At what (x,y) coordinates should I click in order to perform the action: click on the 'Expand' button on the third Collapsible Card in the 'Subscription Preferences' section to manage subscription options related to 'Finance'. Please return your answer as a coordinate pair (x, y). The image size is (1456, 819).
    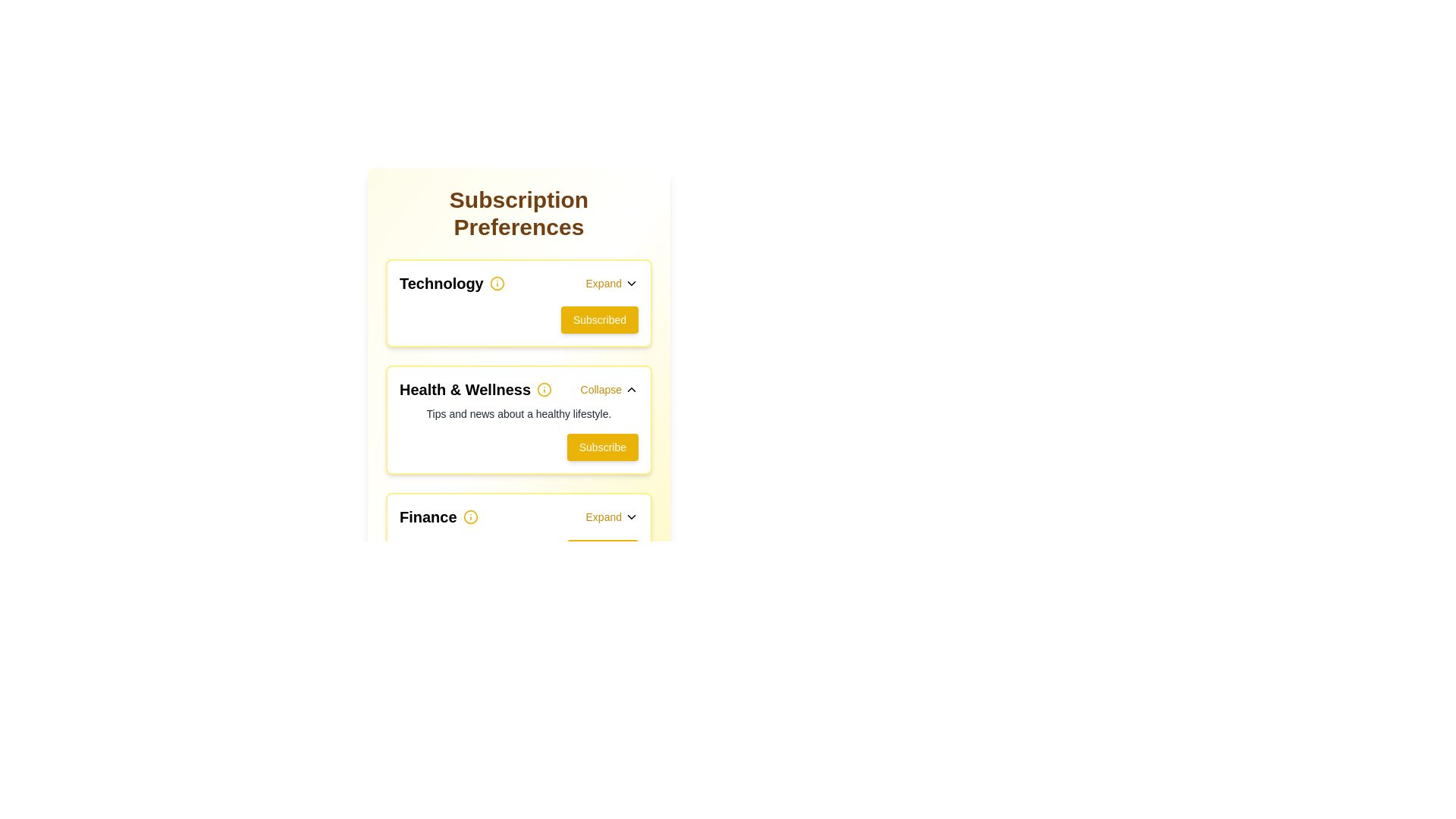
    Looking at the image, I should click on (519, 536).